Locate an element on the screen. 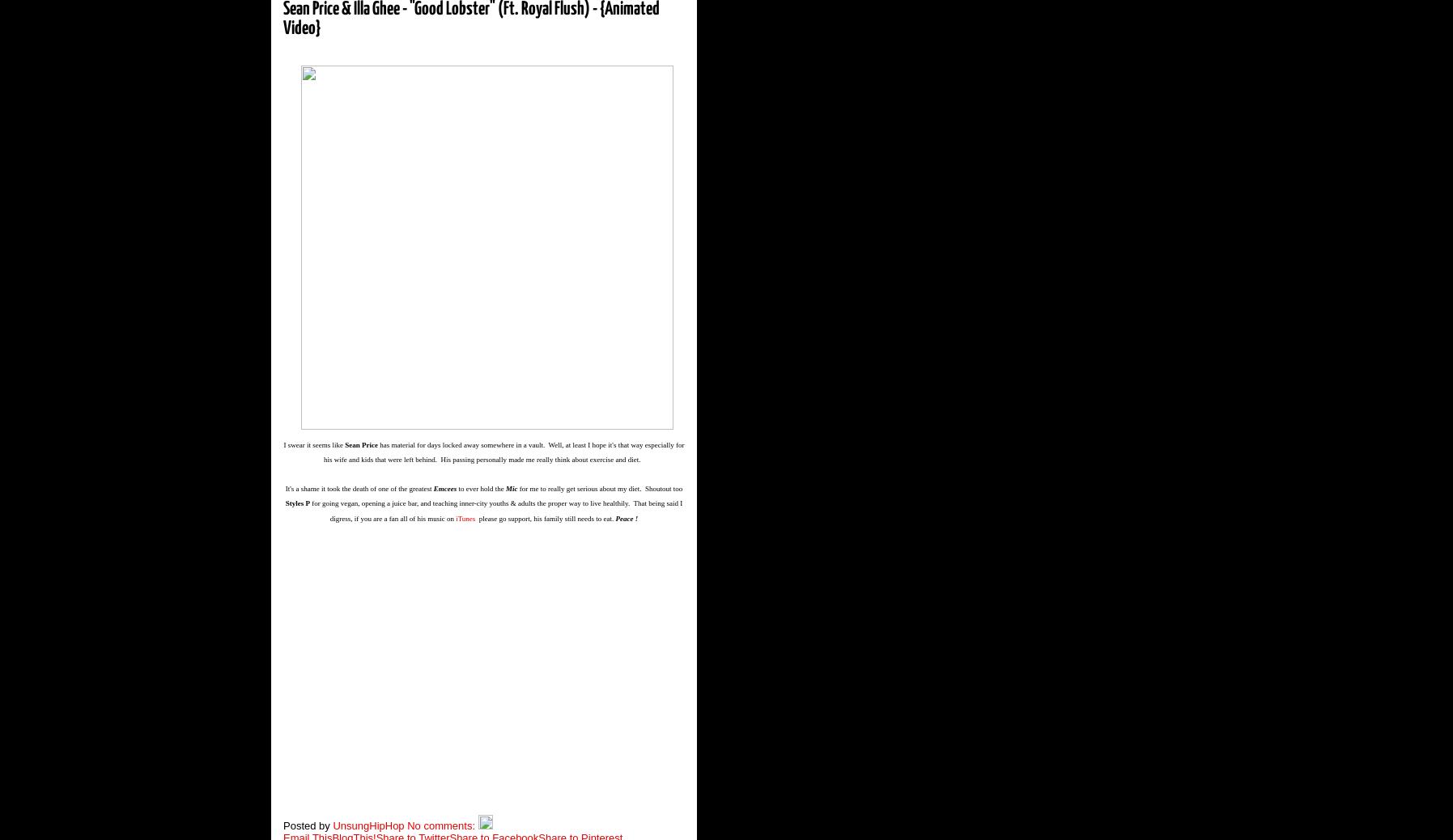  'No comments:' is located at coordinates (442, 825).